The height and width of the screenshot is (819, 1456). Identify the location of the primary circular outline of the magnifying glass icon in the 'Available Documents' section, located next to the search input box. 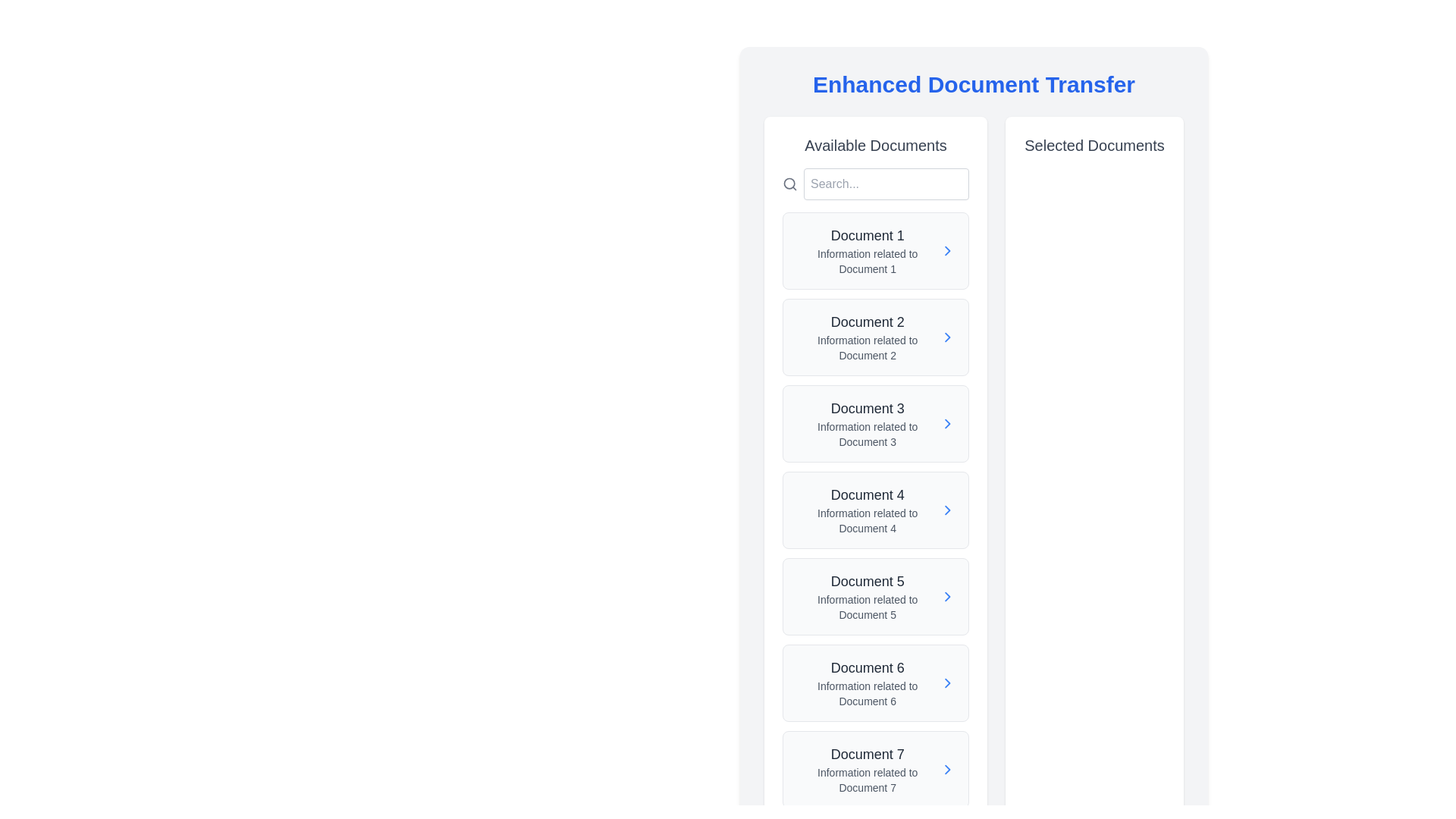
(789, 183).